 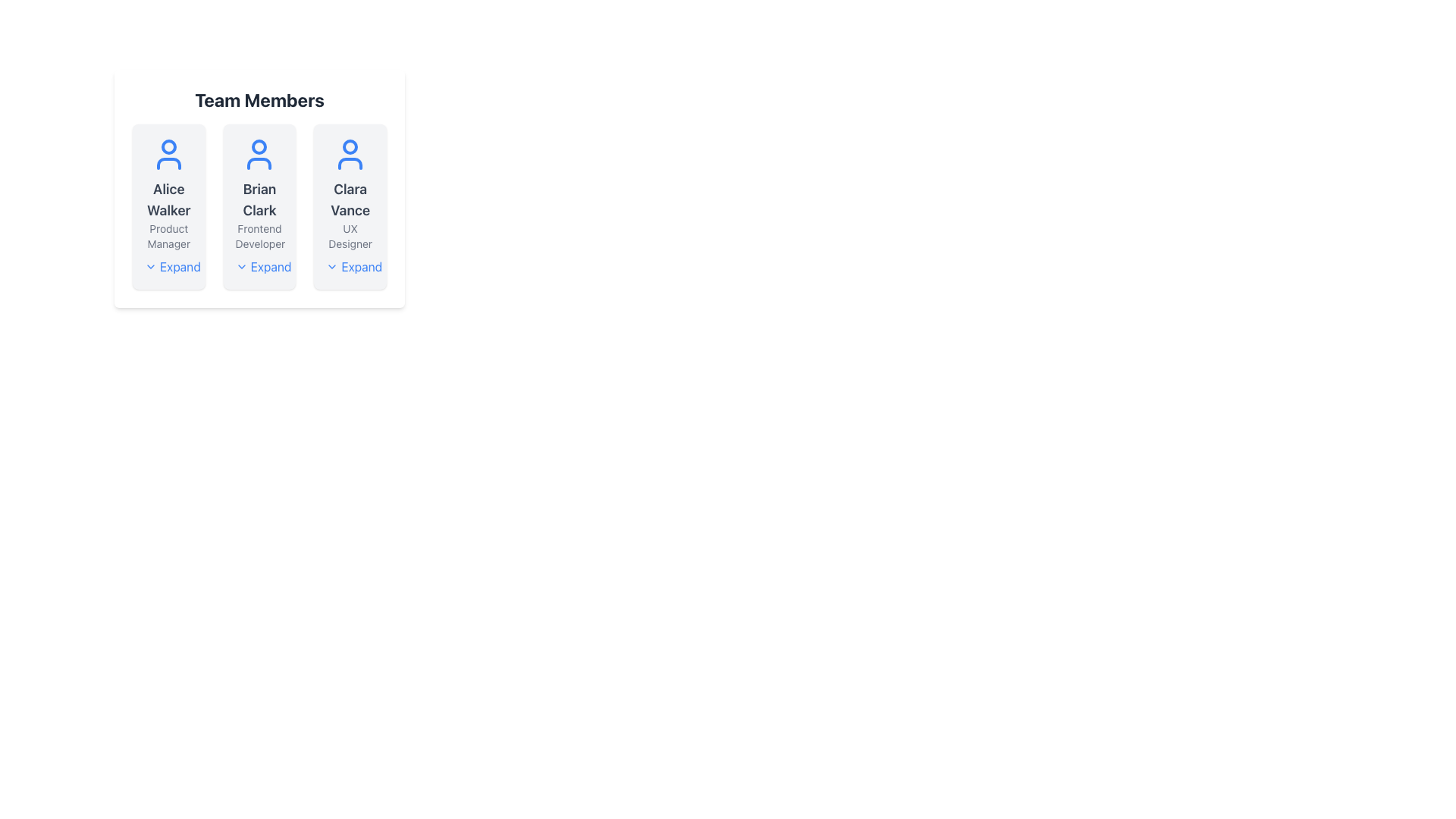 I want to click on the 'Expand' button, which is styled in blue and located at the bottom of the card for Clara Vance, UX Designer, so click(x=353, y=265).